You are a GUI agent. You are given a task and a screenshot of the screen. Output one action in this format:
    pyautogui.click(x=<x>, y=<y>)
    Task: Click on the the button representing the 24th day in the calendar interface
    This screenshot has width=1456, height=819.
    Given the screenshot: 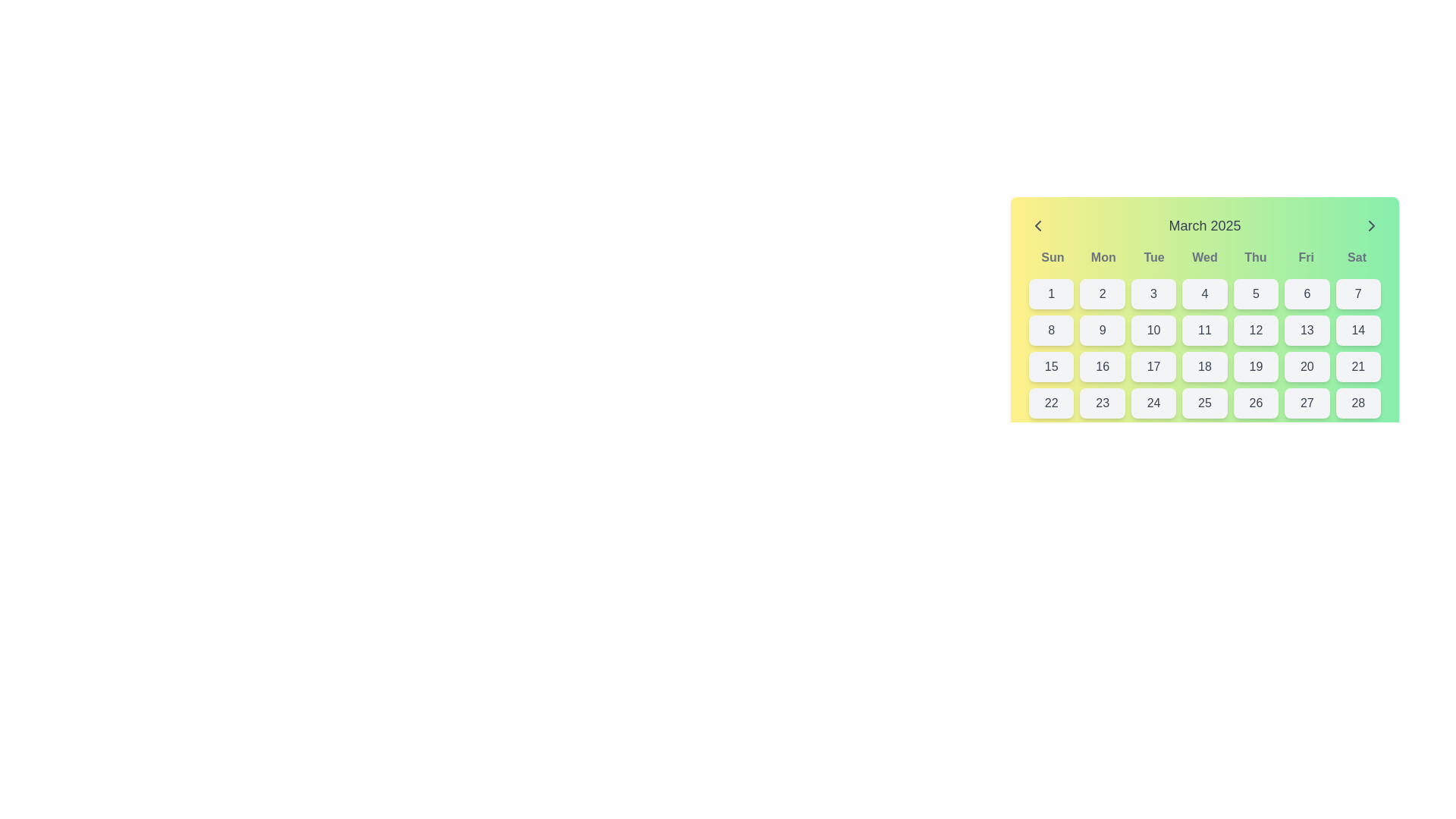 What is the action you would take?
    pyautogui.click(x=1153, y=403)
    